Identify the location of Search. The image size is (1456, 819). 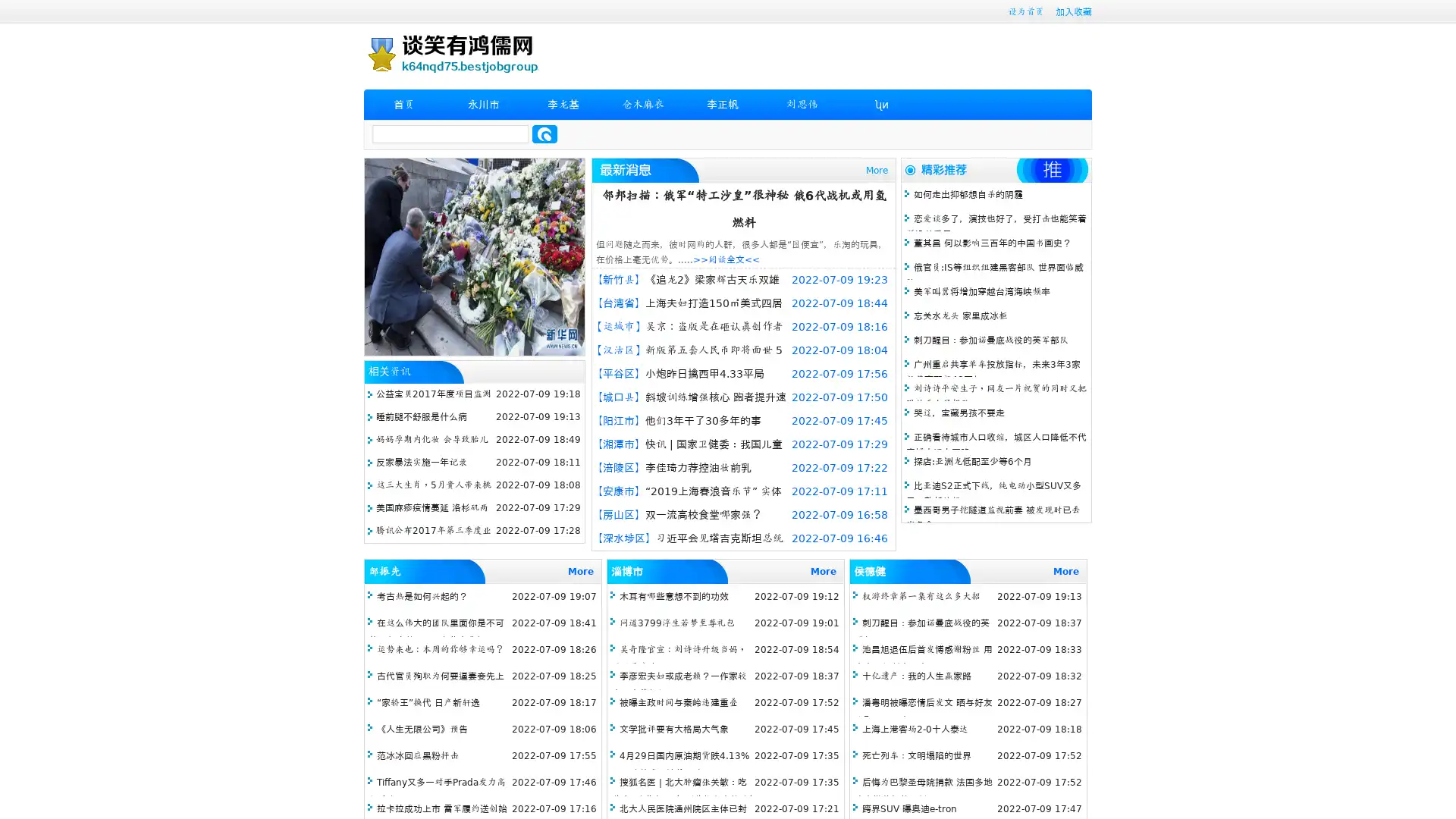
(544, 133).